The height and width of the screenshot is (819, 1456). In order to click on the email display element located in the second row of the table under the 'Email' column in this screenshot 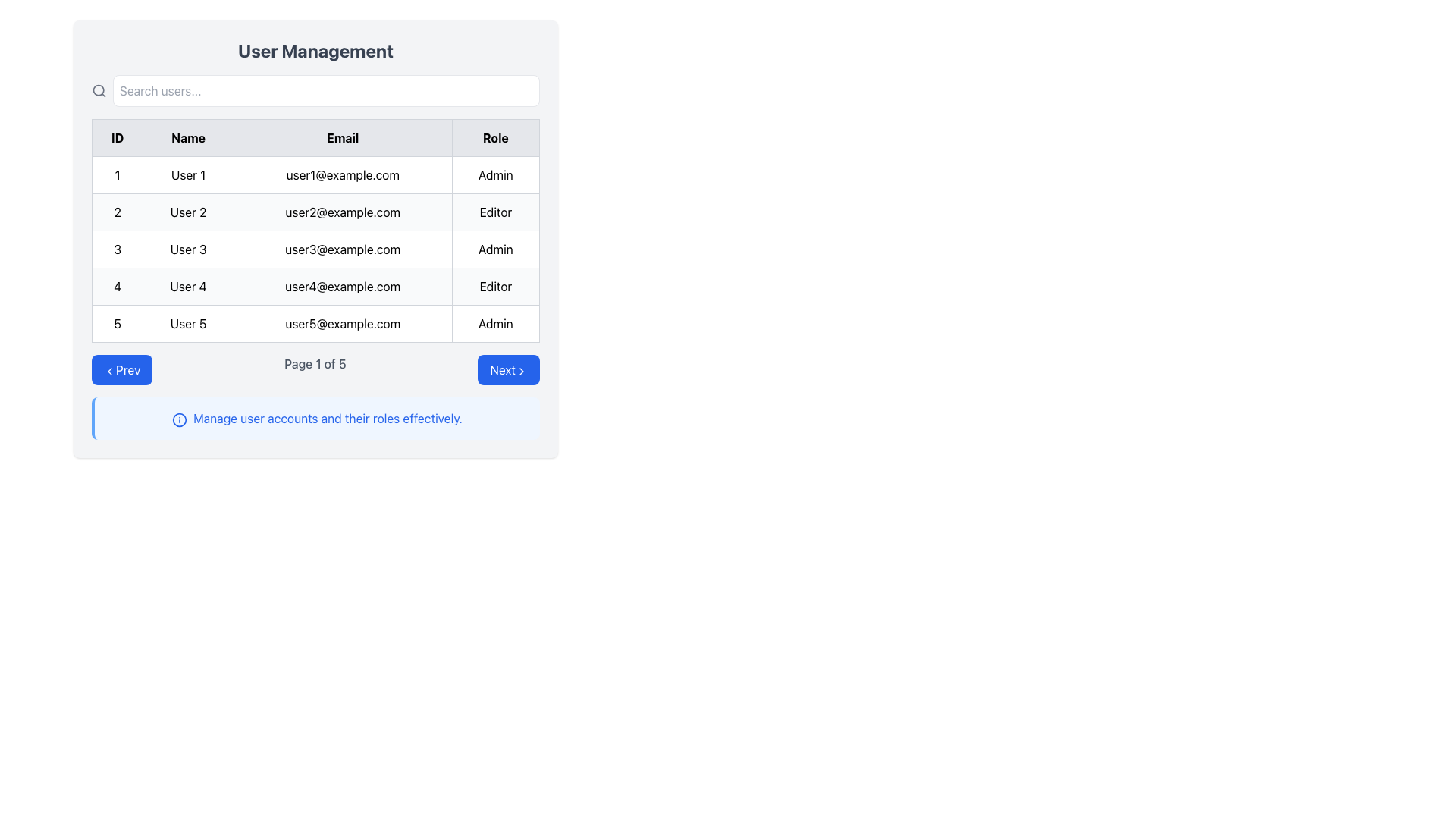, I will do `click(342, 212)`.